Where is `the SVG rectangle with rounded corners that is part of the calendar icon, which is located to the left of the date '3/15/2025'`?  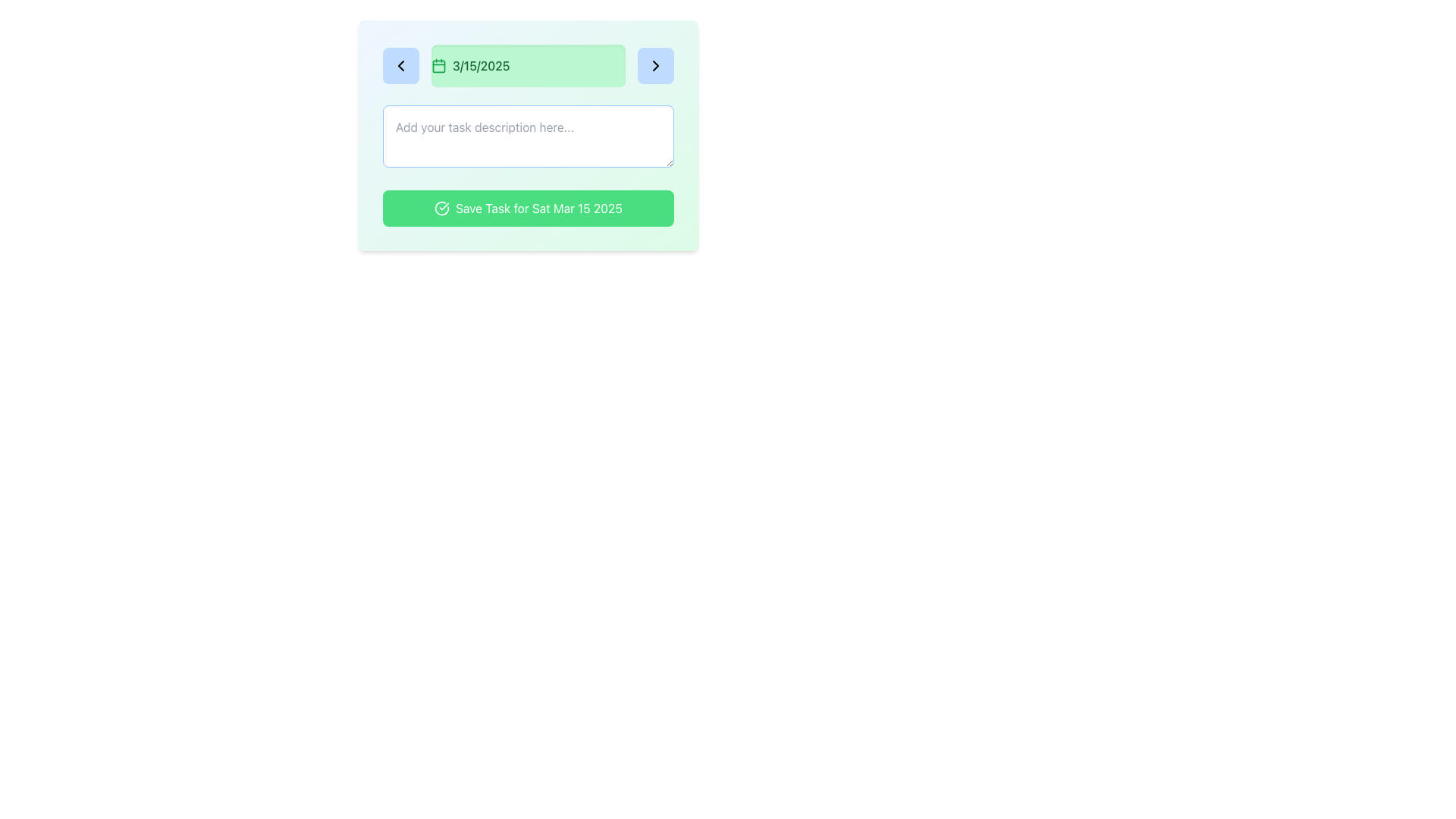
the SVG rectangle with rounded corners that is part of the calendar icon, which is located to the left of the date '3/15/2025' is located at coordinates (438, 65).